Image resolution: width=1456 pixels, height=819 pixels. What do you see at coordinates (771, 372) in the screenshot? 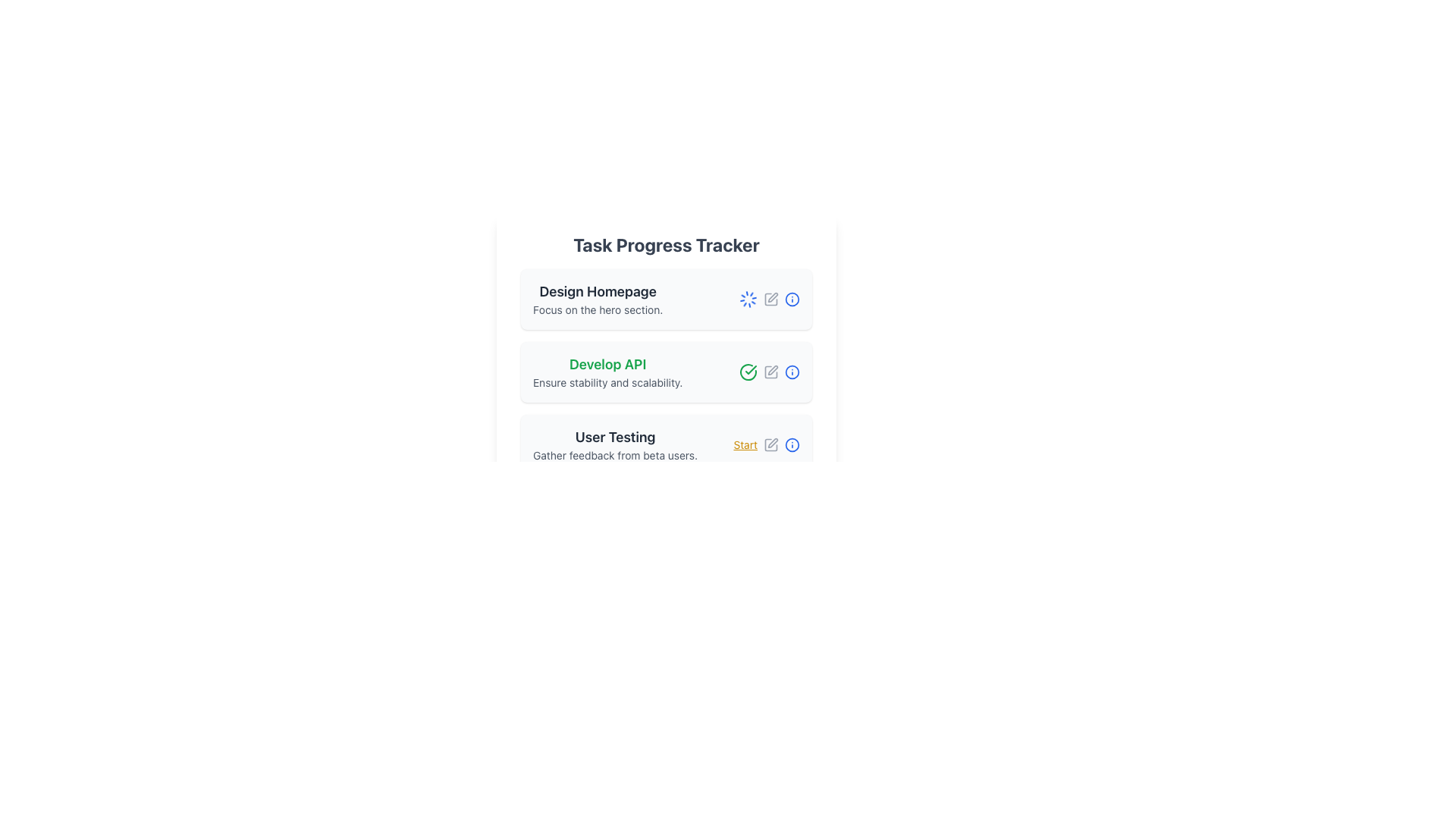
I see `the pen icon button in the 'Develop API' section of the Task Progress Tracker to change its color from gray to green` at bounding box center [771, 372].